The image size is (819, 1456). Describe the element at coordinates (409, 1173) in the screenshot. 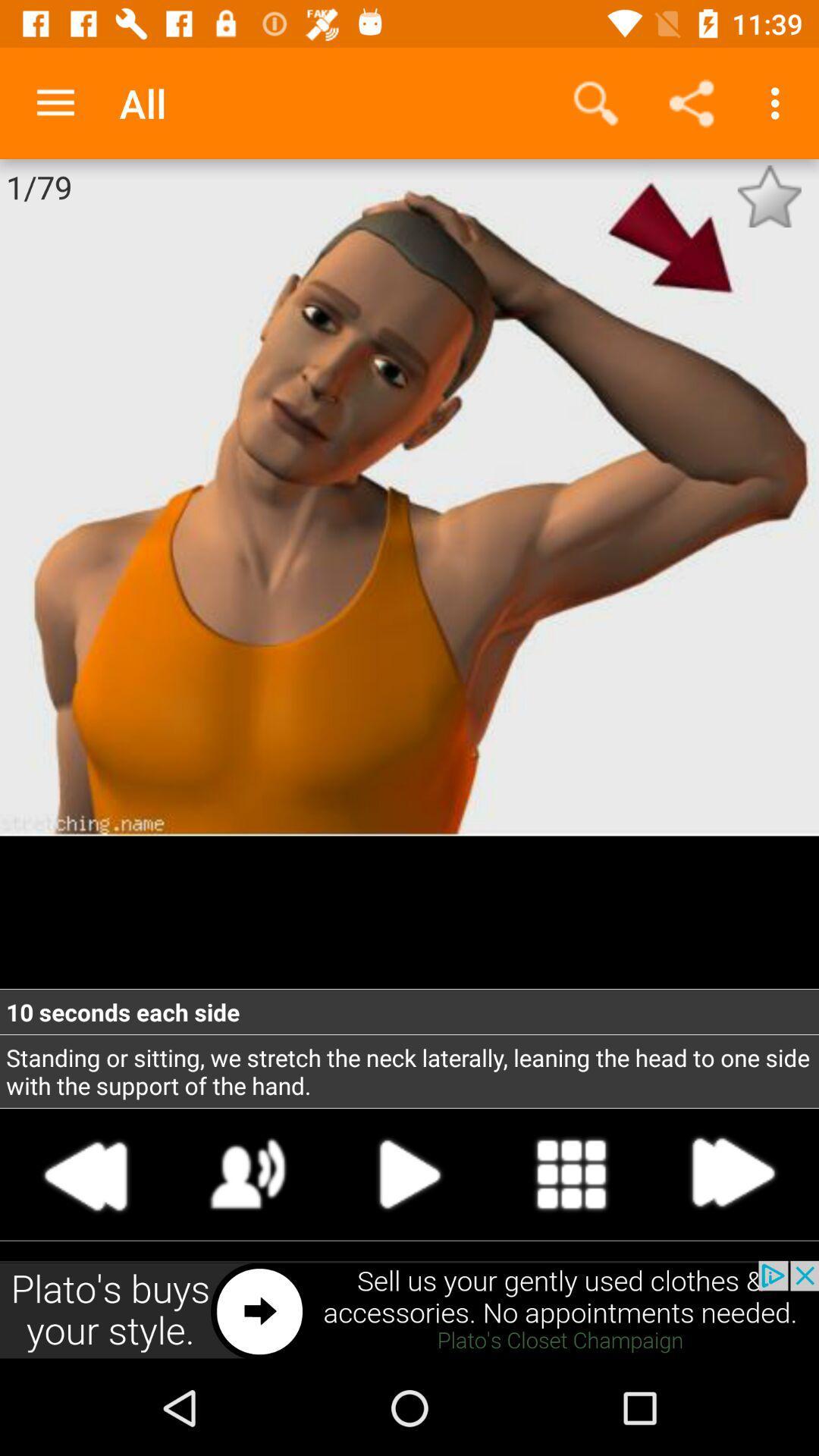

I see `play` at that location.